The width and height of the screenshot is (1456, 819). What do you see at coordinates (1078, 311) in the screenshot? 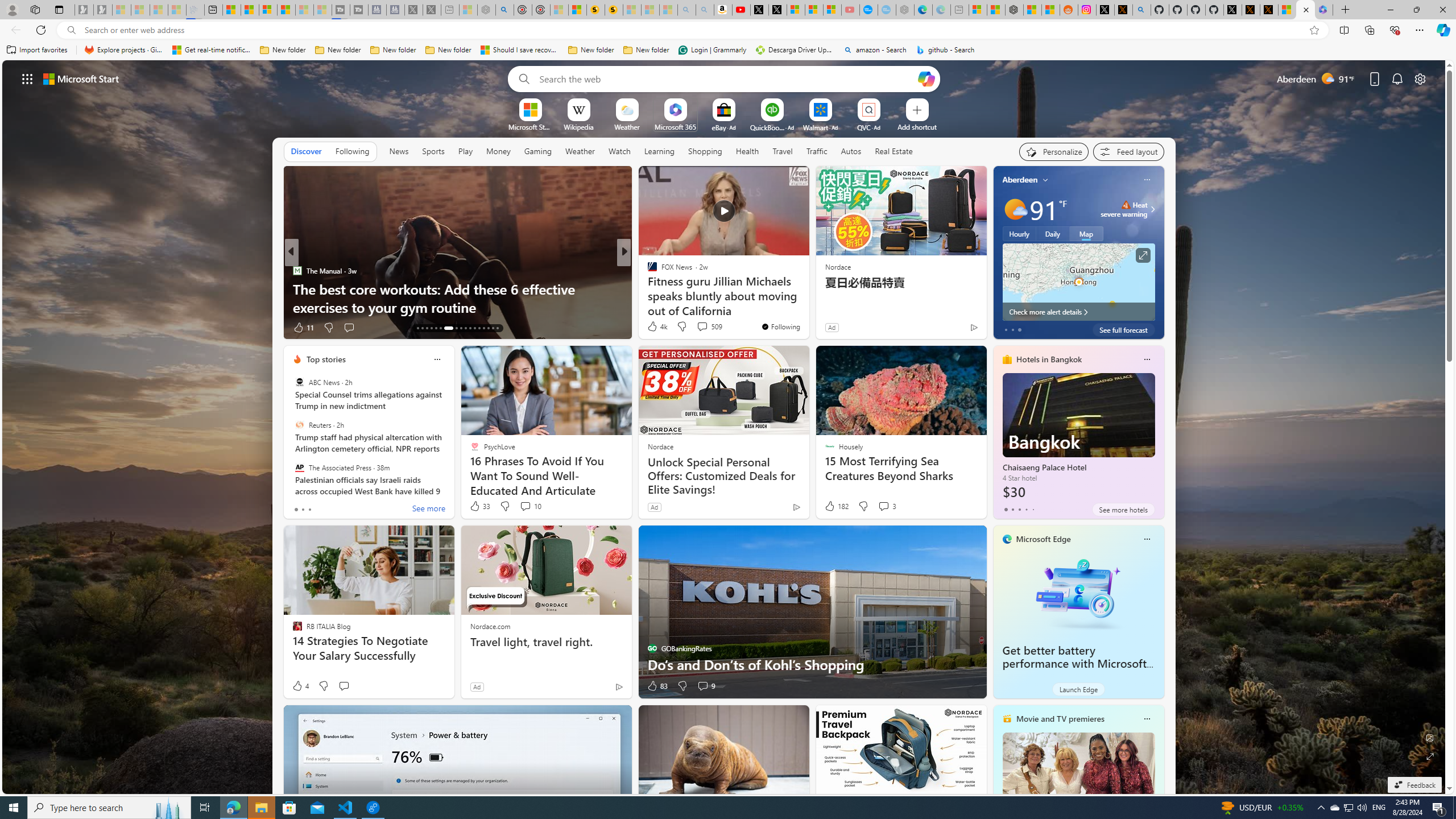
I see `'Check more alert details'` at bounding box center [1078, 311].